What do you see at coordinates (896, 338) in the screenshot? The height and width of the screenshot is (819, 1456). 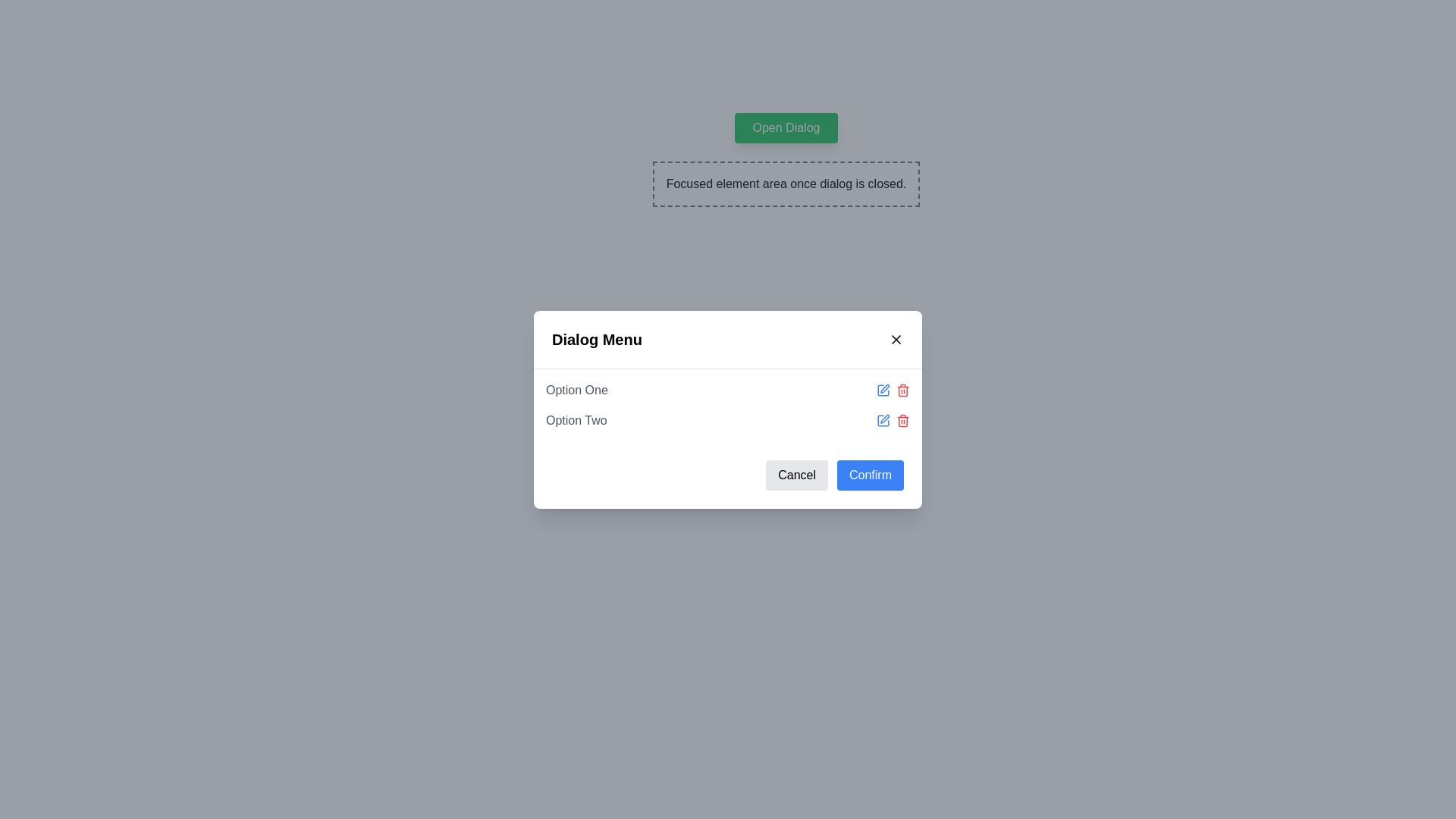 I see `the 'X' close button located in the top-right corner of the 'Dialog Menu'` at bounding box center [896, 338].